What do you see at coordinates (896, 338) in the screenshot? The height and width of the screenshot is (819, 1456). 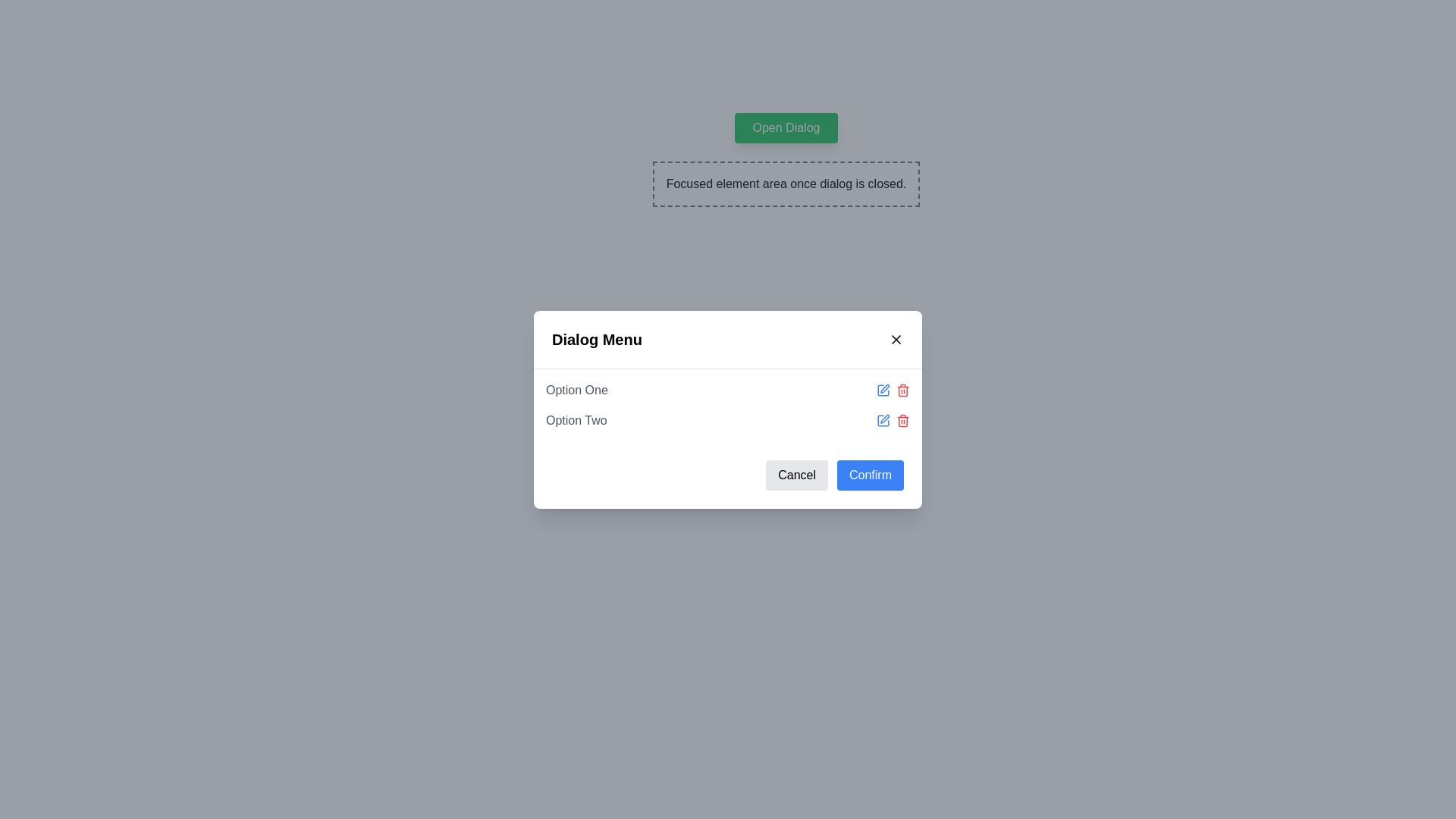 I see `the 'X' close button located in the top-right corner of the 'Dialog Menu'` at bounding box center [896, 338].